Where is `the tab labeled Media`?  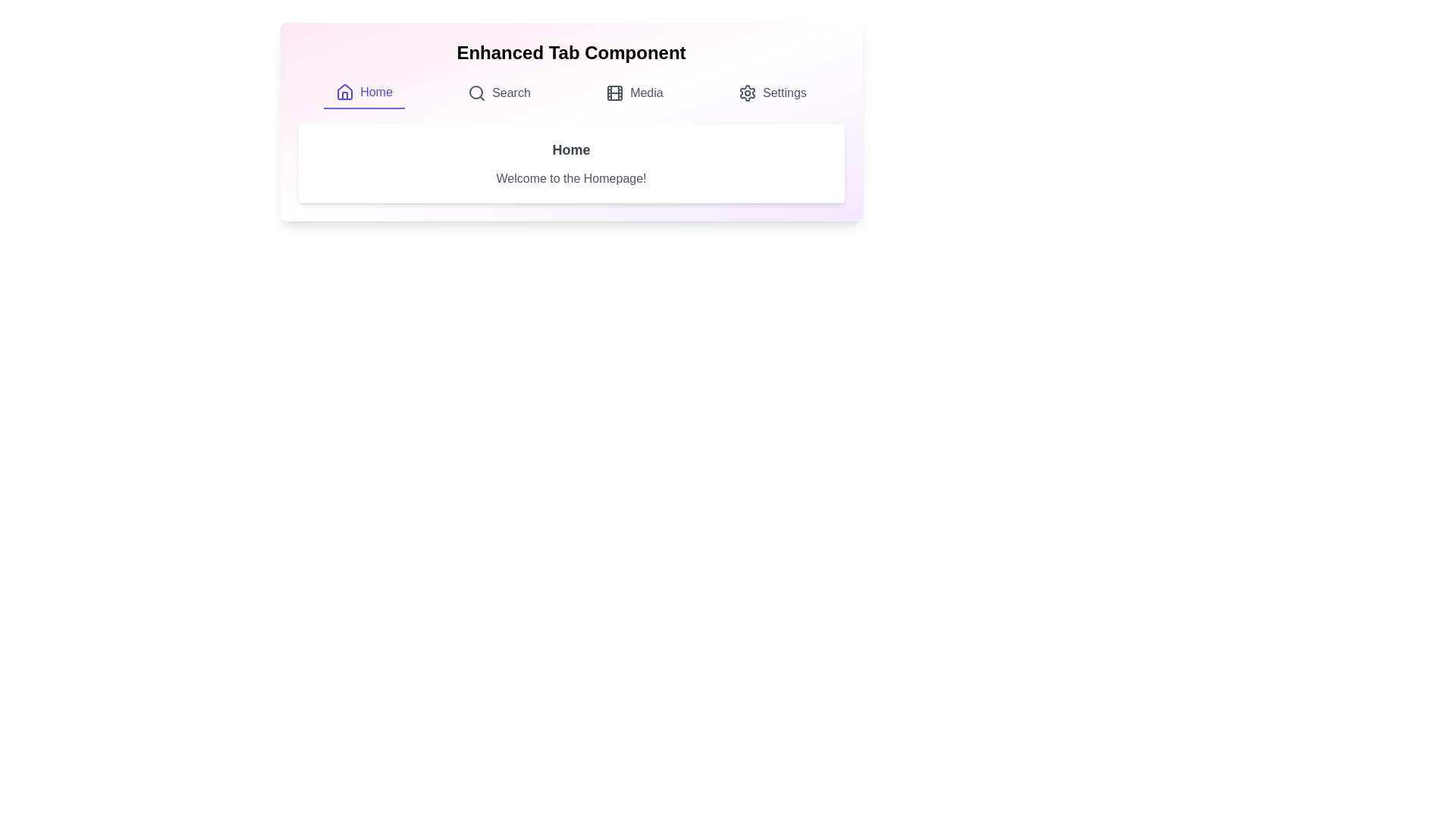
the tab labeled Media is located at coordinates (634, 93).